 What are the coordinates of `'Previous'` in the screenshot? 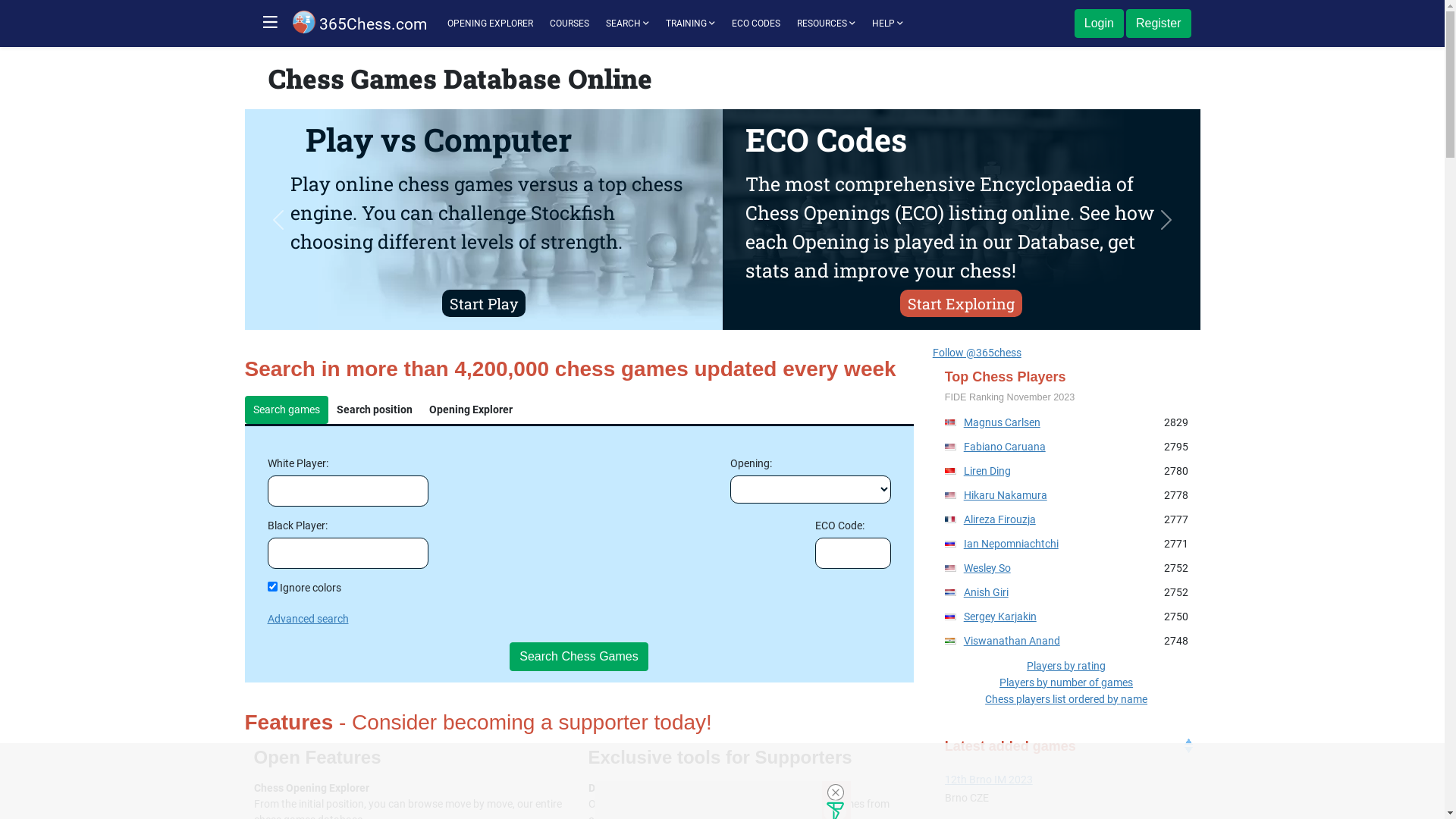 It's located at (277, 219).